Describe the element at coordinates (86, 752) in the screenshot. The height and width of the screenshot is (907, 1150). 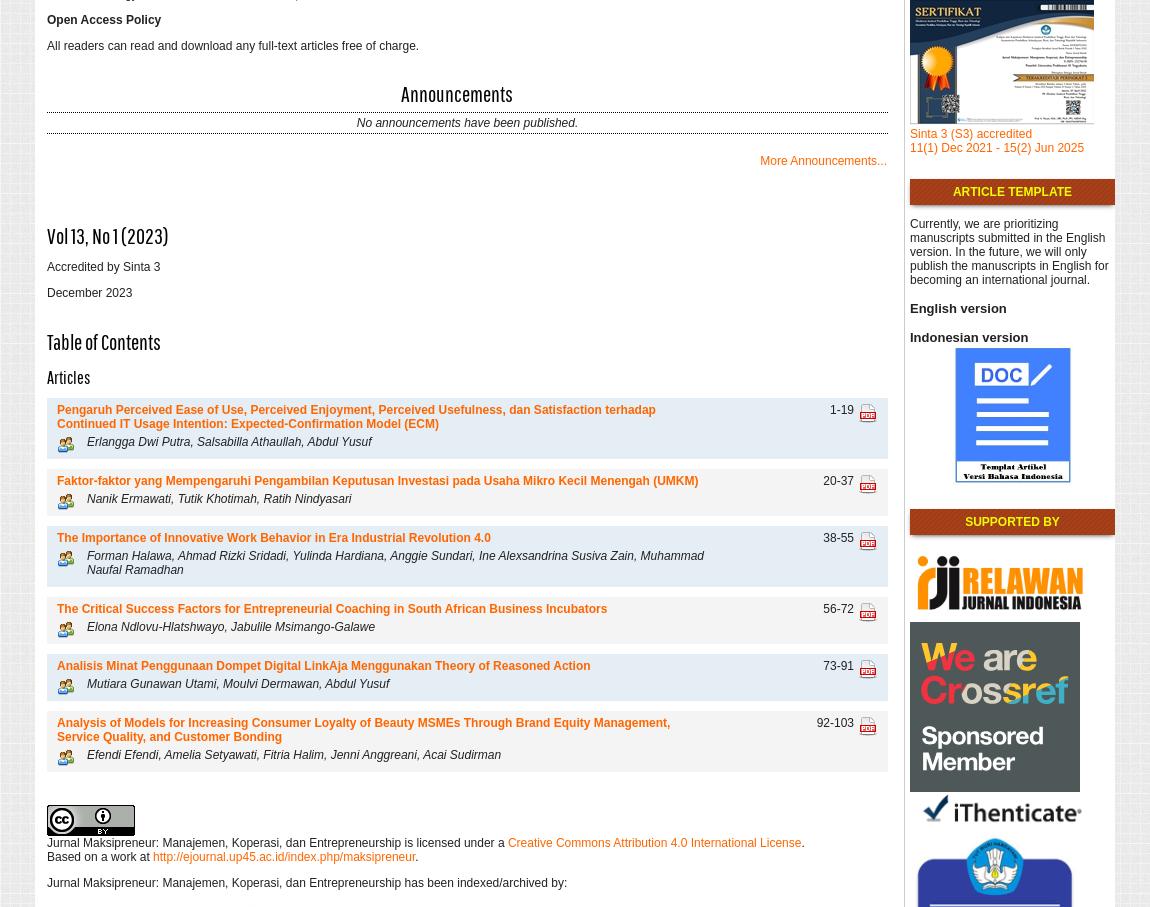
I see `'Efendi Efendi,									Amelia Setyawati,									Fitria Halim,									Jenni Anggreani,									Acai Sudirman'` at that location.